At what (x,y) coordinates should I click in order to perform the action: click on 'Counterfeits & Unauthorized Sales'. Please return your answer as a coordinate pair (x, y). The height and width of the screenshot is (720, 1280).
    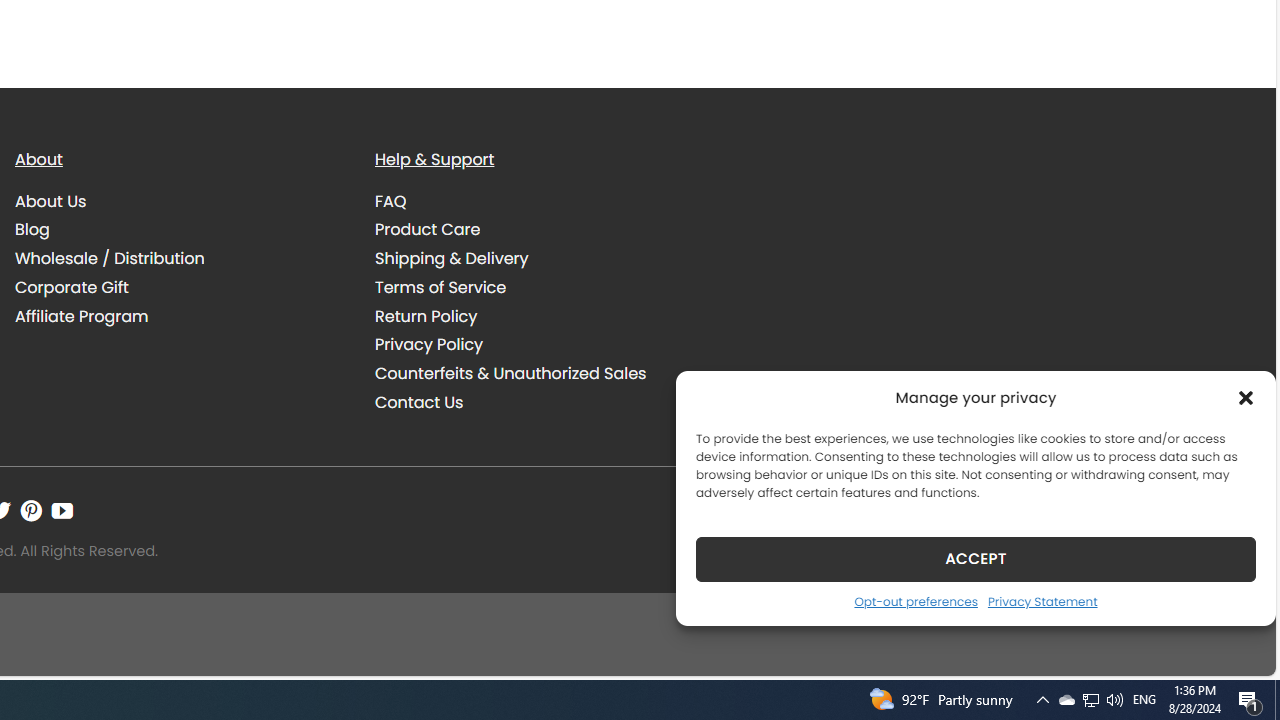
    Looking at the image, I should click on (510, 374).